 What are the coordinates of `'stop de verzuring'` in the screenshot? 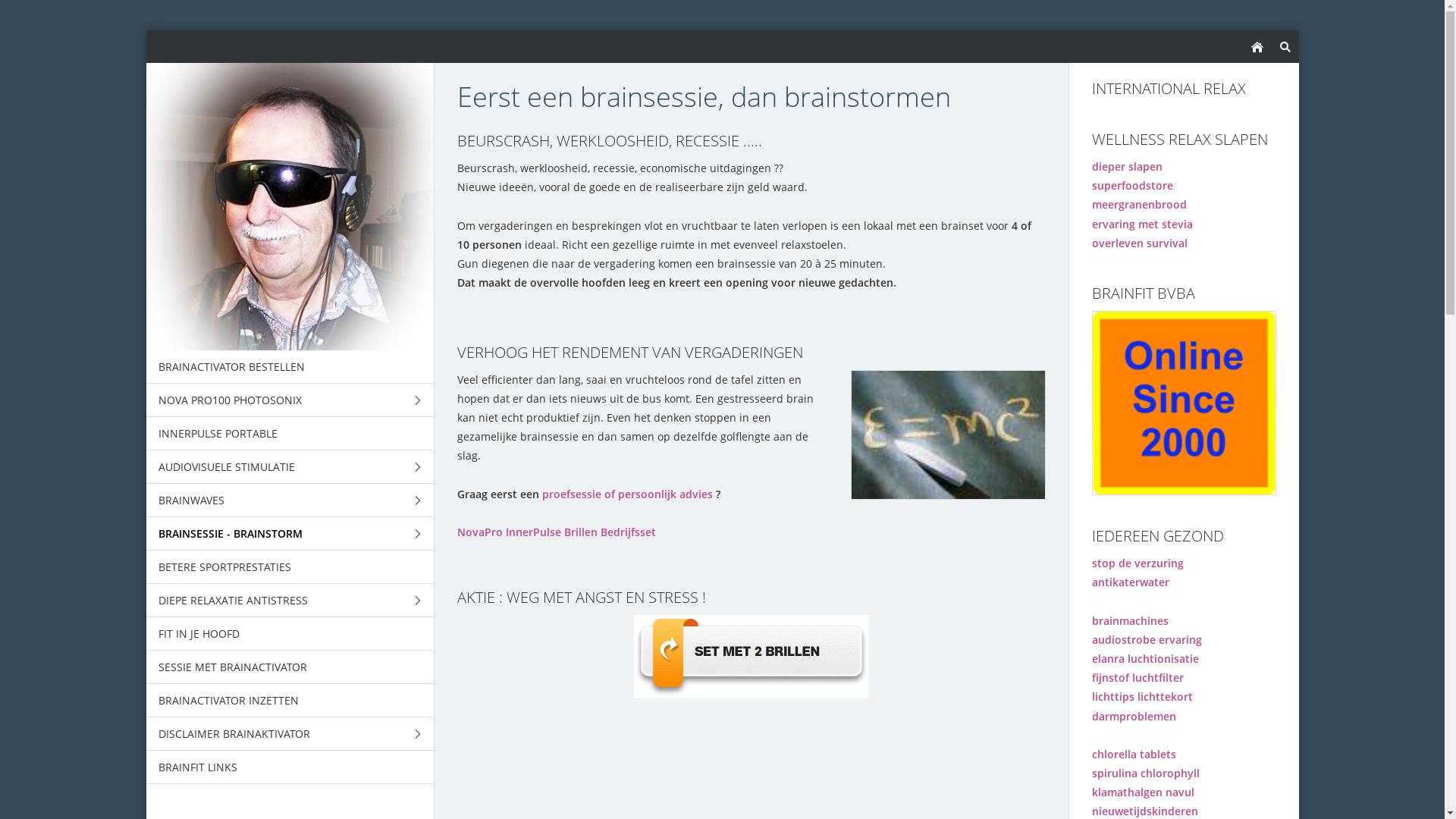 It's located at (1092, 563).